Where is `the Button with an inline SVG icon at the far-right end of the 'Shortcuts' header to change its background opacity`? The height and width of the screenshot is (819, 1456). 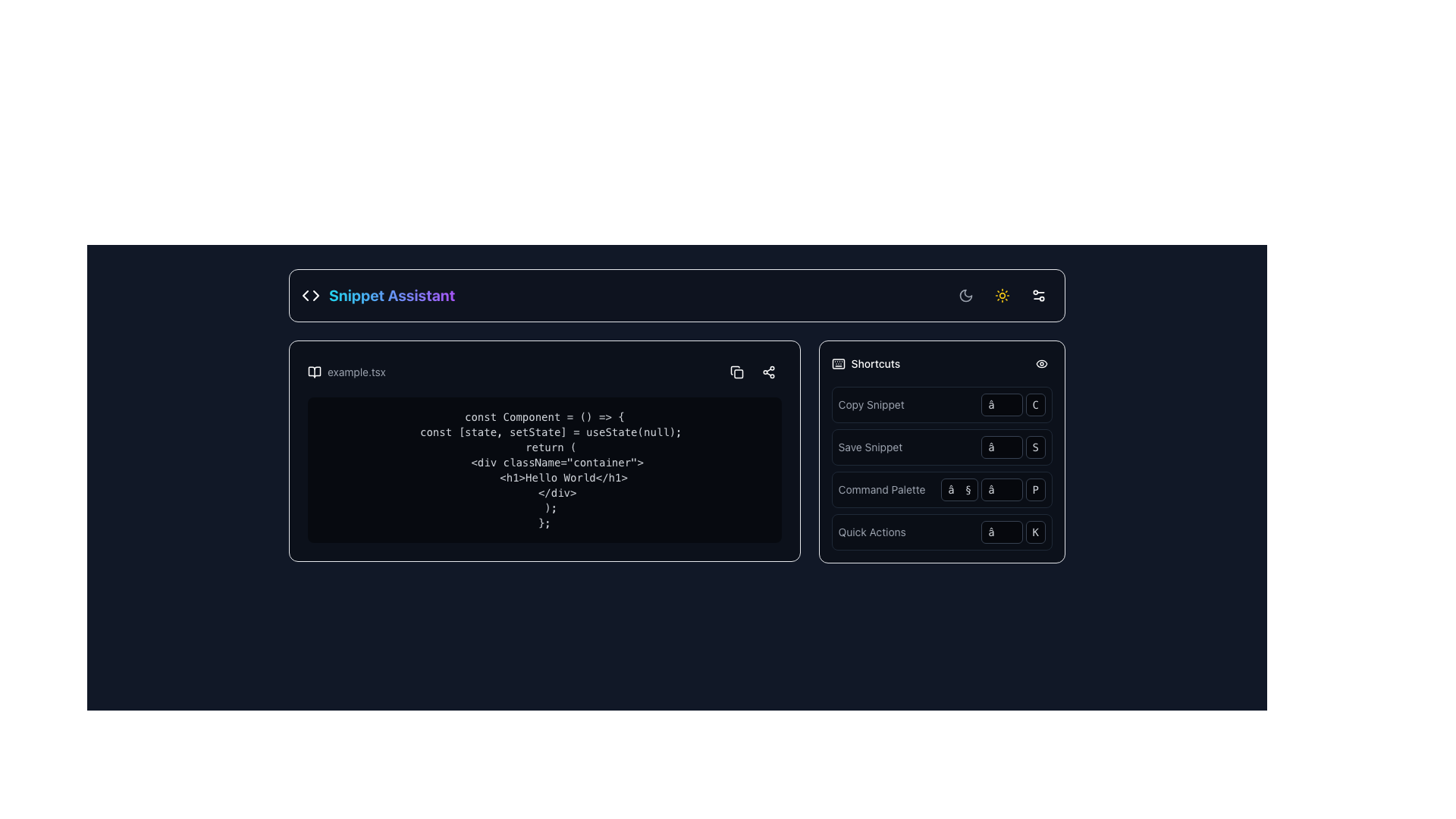 the Button with an inline SVG icon at the far-right end of the 'Shortcuts' header to change its background opacity is located at coordinates (1040, 363).